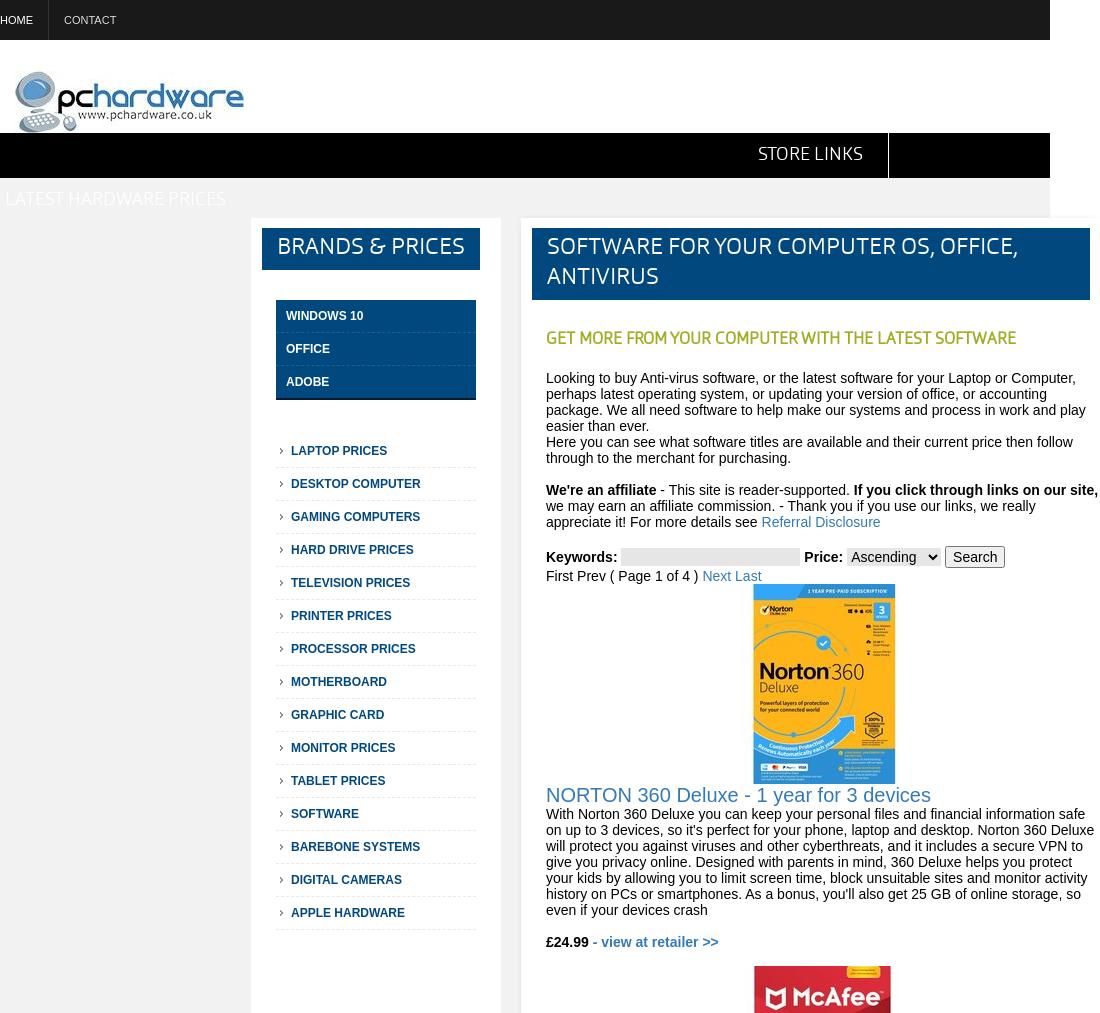  I want to click on '- view at retailer >>', so click(655, 941).